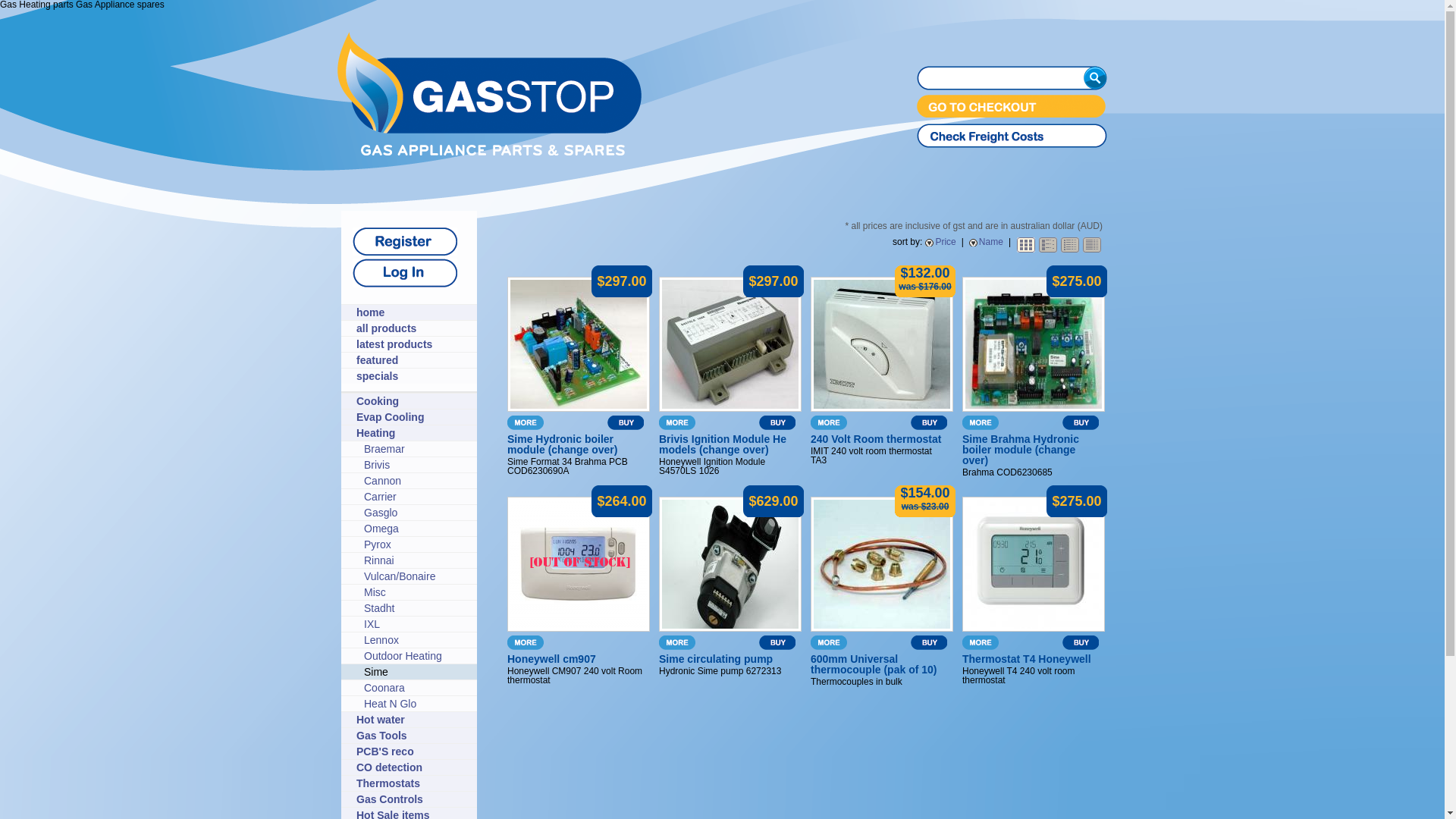 This screenshot has width=1456, height=819. Describe the element at coordinates (416, 497) in the screenshot. I see `'Carrier'` at that location.